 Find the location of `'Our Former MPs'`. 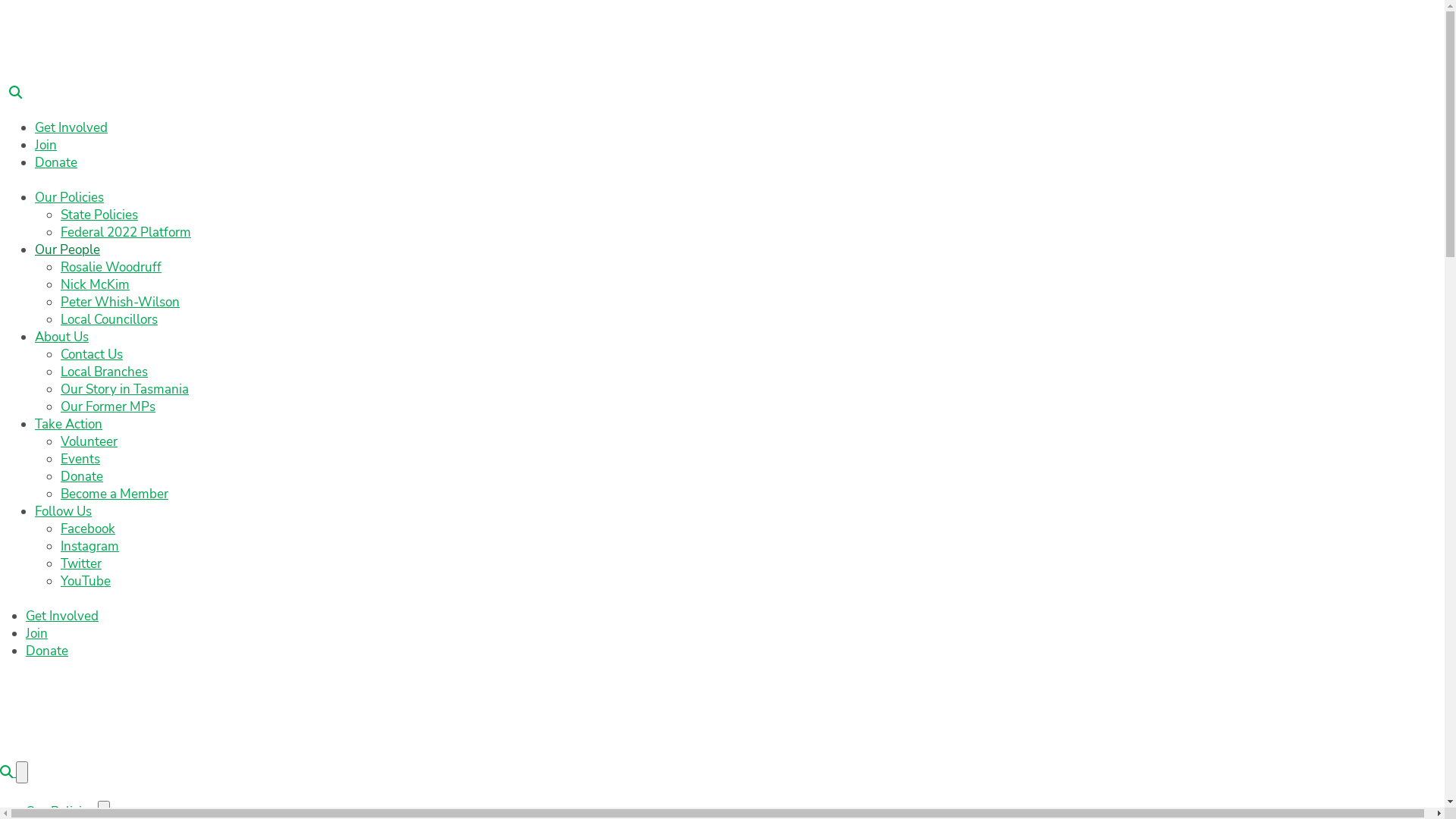

'Our Former MPs' is located at coordinates (107, 406).